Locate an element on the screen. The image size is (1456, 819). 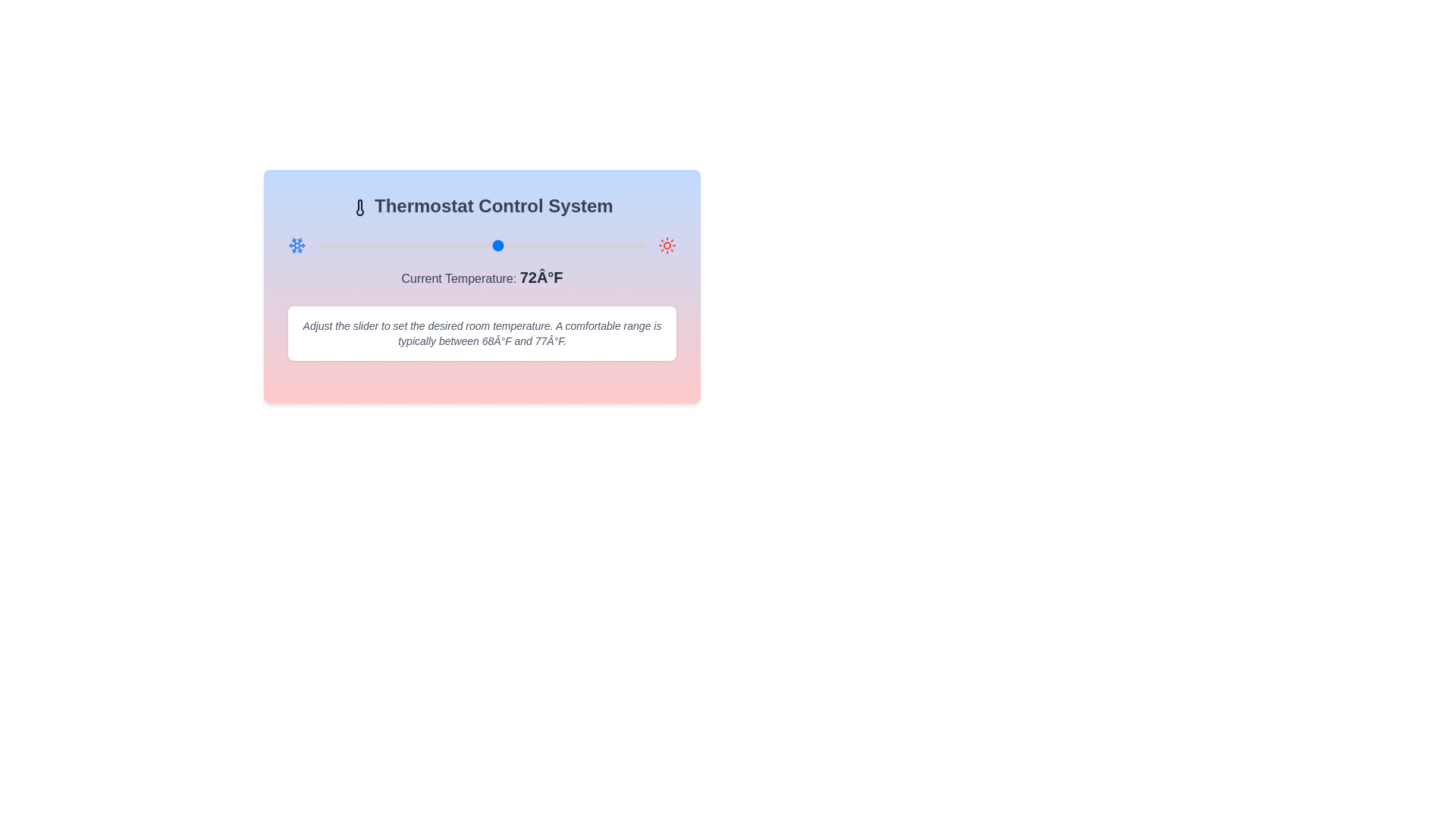
the temperature slider to set the temperature to 64°F is located at coordinates (432, 245).